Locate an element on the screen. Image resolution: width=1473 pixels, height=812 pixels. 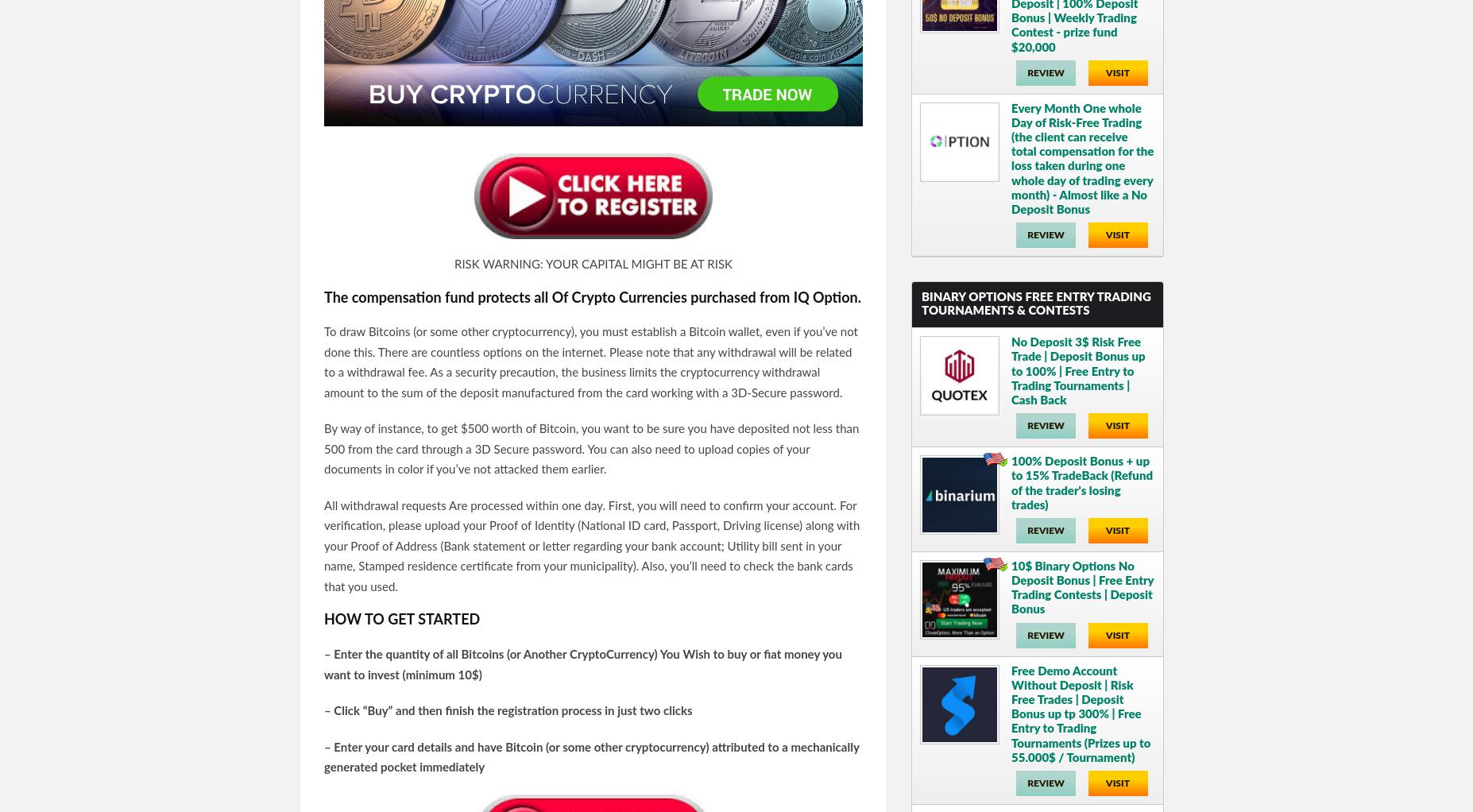
'HOW TO GET STARTED' is located at coordinates (401, 621).